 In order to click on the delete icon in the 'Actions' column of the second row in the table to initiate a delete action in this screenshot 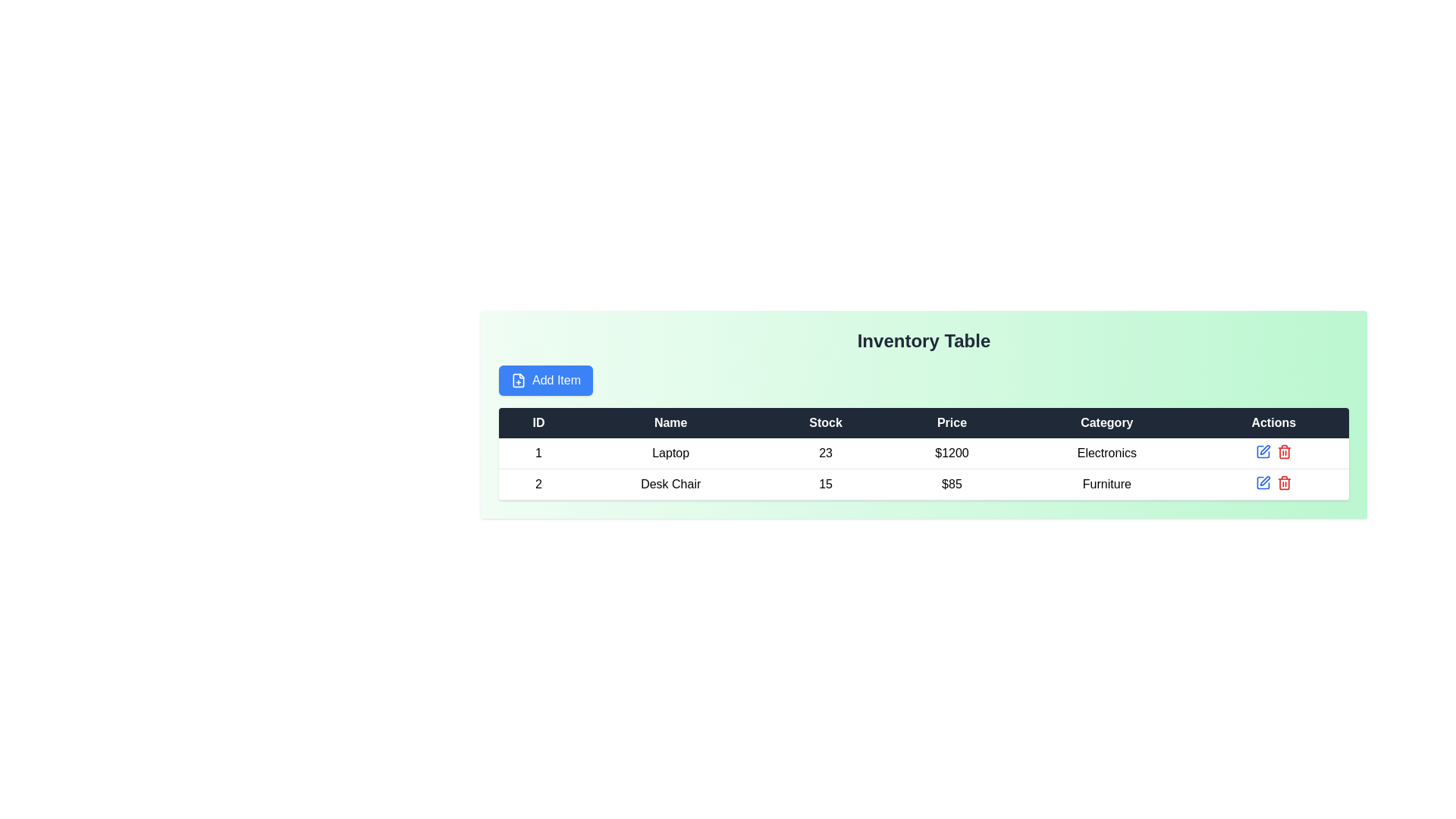, I will do `click(1283, 451)`.